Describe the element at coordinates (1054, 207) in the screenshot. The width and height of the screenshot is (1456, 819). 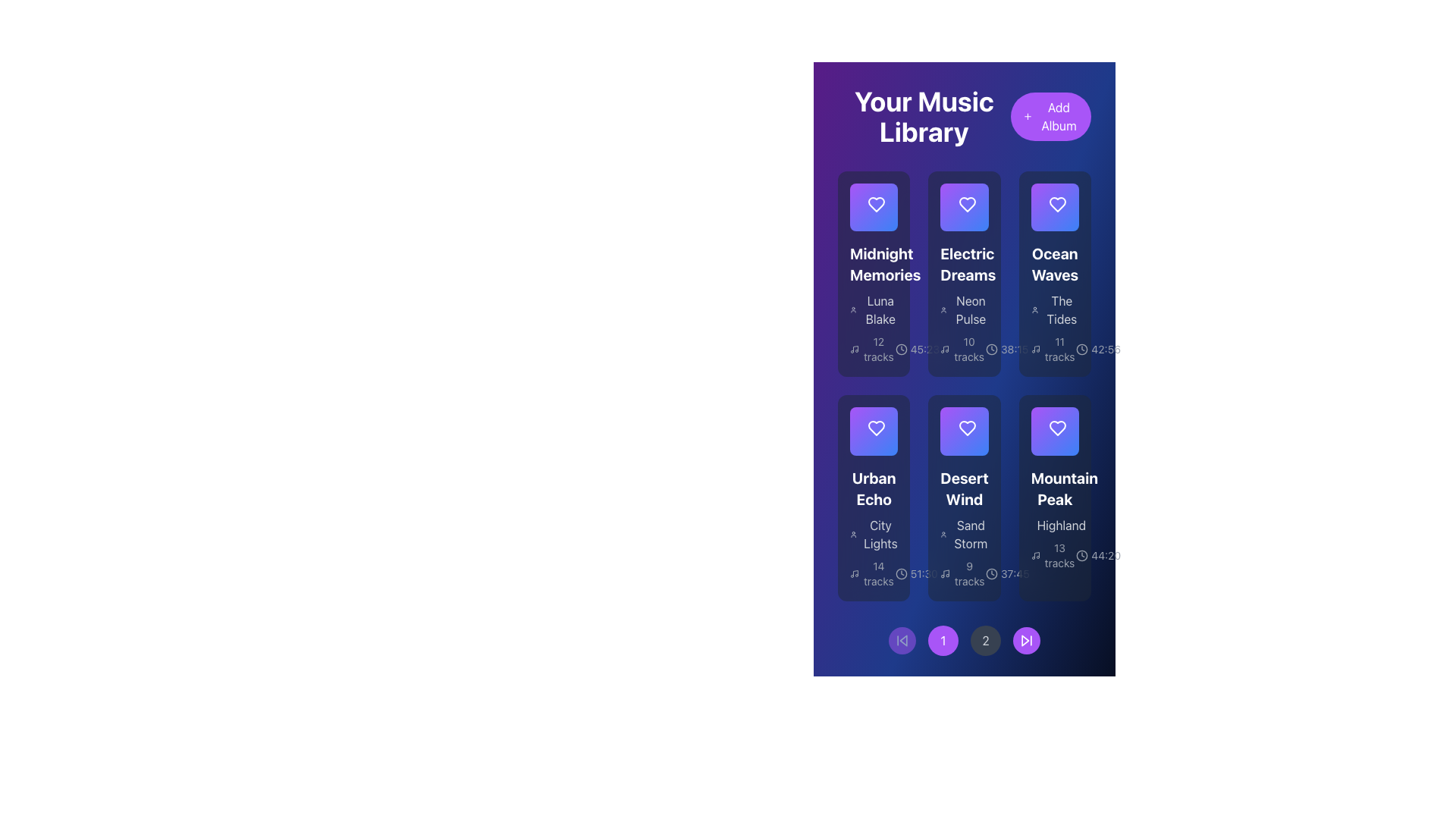
I see `the play button located in the top-right section of the third album 'Ocean Waves'` at that location.